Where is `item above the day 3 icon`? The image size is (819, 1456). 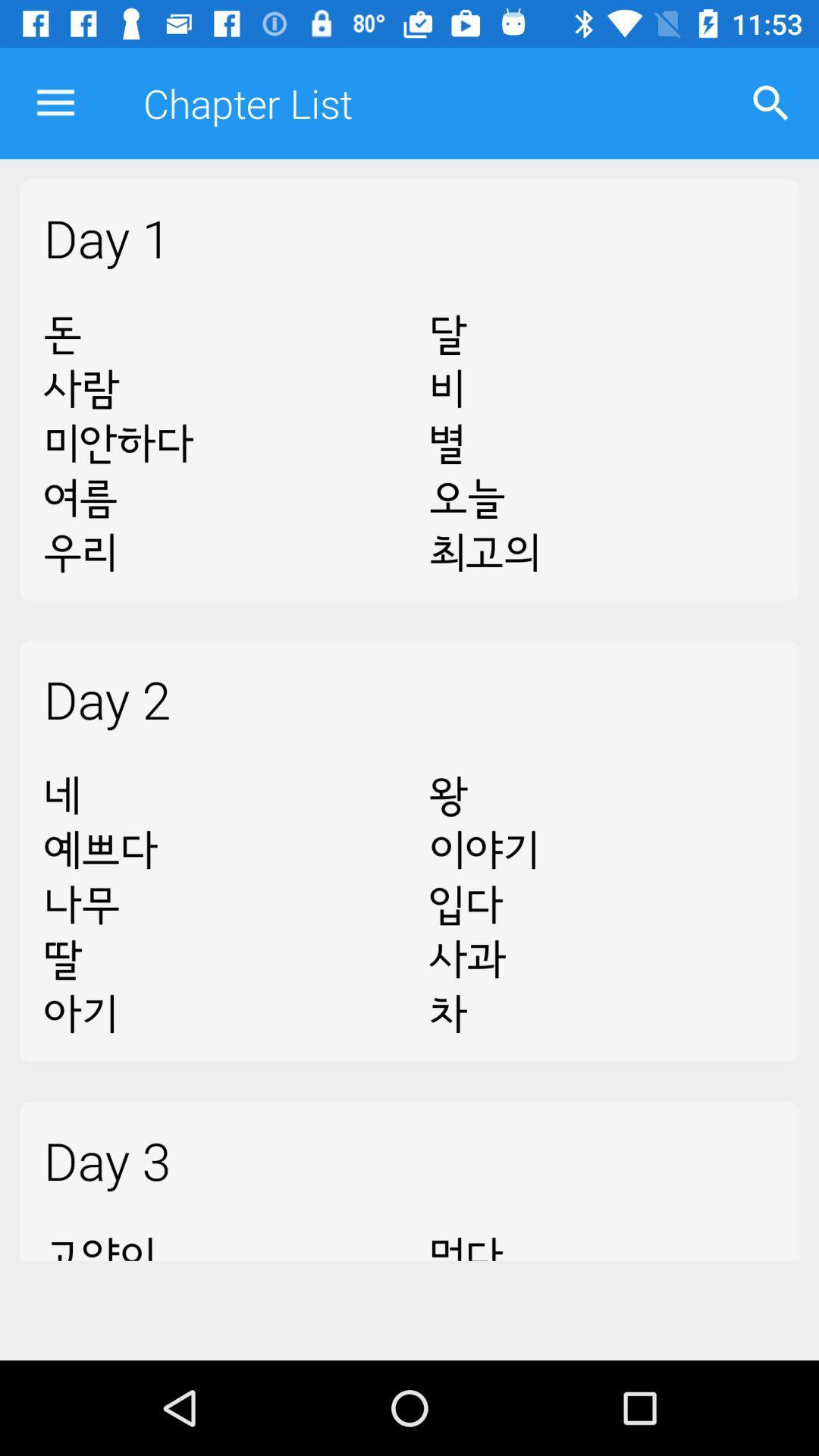 item above the day 3 icon is located at coordinates (601, 905).